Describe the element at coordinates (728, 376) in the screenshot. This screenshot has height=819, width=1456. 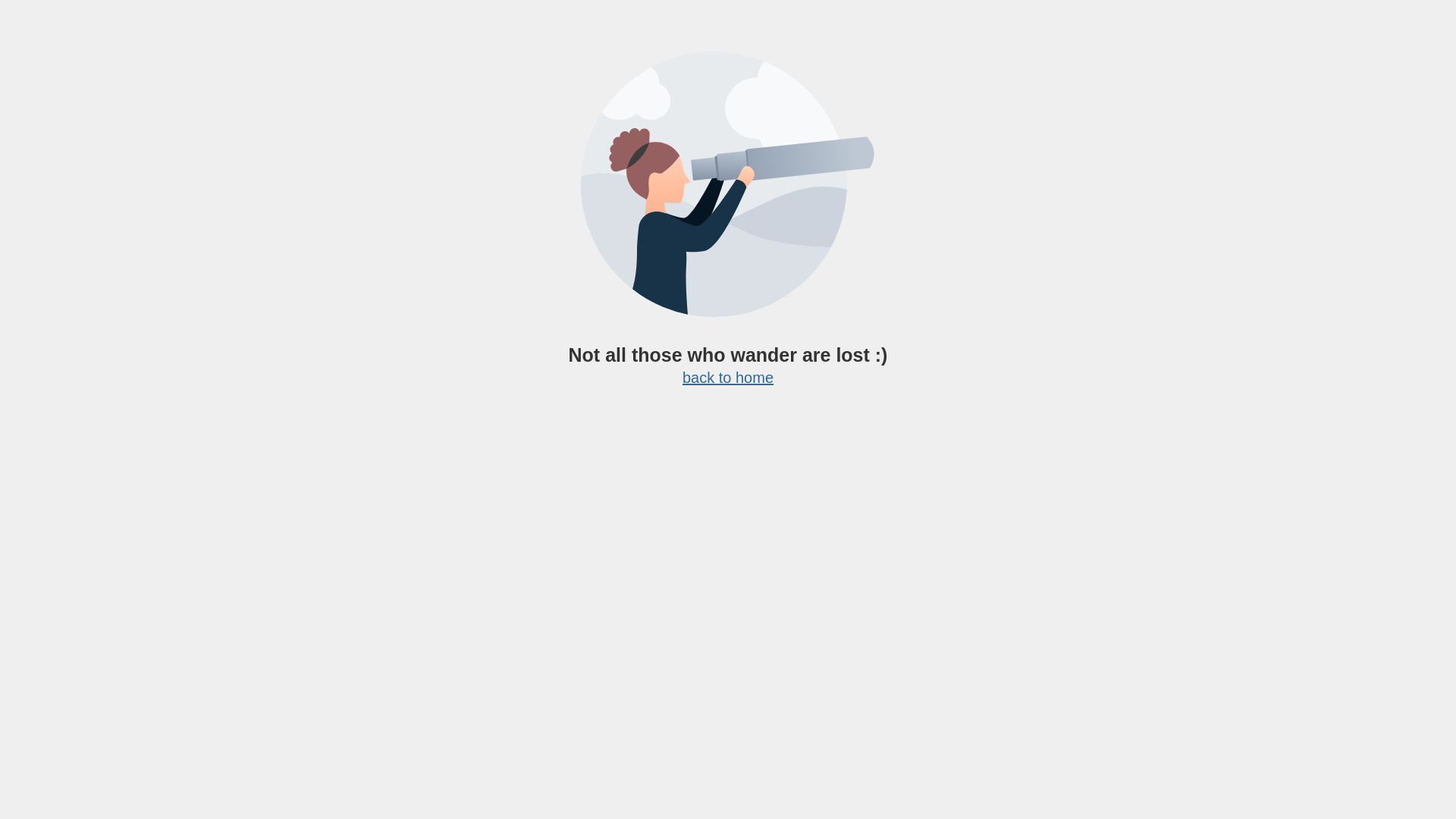
I see `'back to home'` at that location.